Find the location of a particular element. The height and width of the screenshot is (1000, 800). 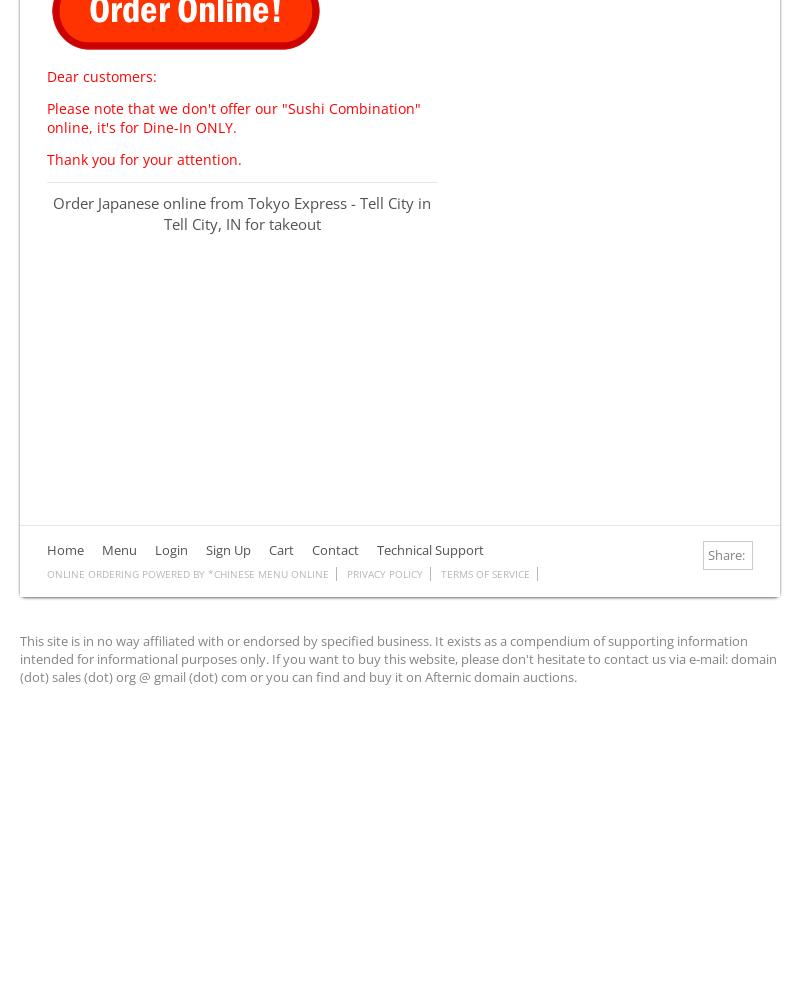

'This site is in no way affiliated with or endorsed by specified business. It exists as a compendium of supporting information intended for informational purposes only.
If you want to buy this website, please don't hesitate to contact us via e-mail: domain (dot) sales (dot) org @ gmail (dot) com or you can find and buy it on Afternic domain auctions.' is located at coordinates (20, 658).